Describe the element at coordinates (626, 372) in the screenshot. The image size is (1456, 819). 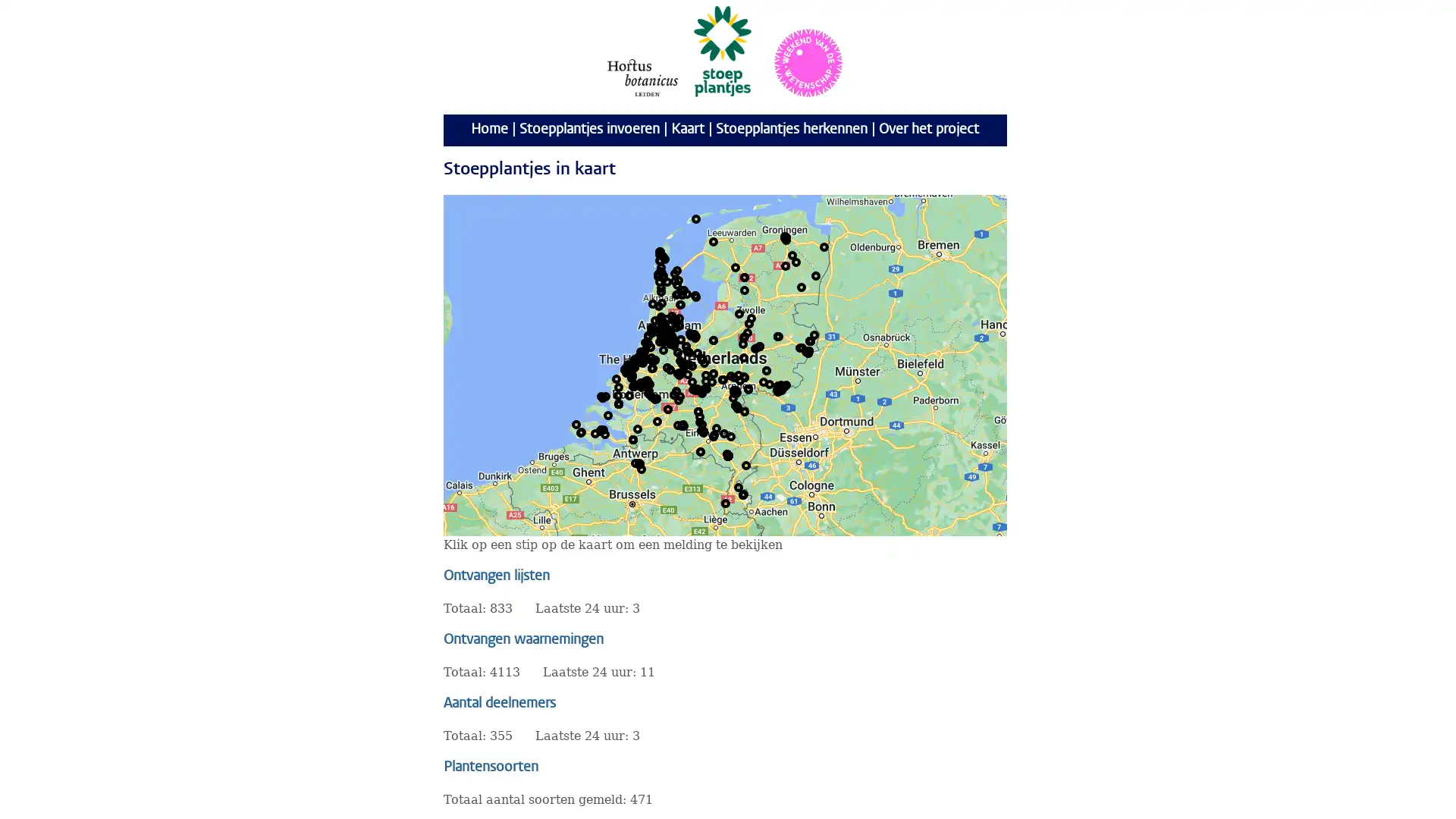
I see `Telling van op 09 oktober 2021` at that location.